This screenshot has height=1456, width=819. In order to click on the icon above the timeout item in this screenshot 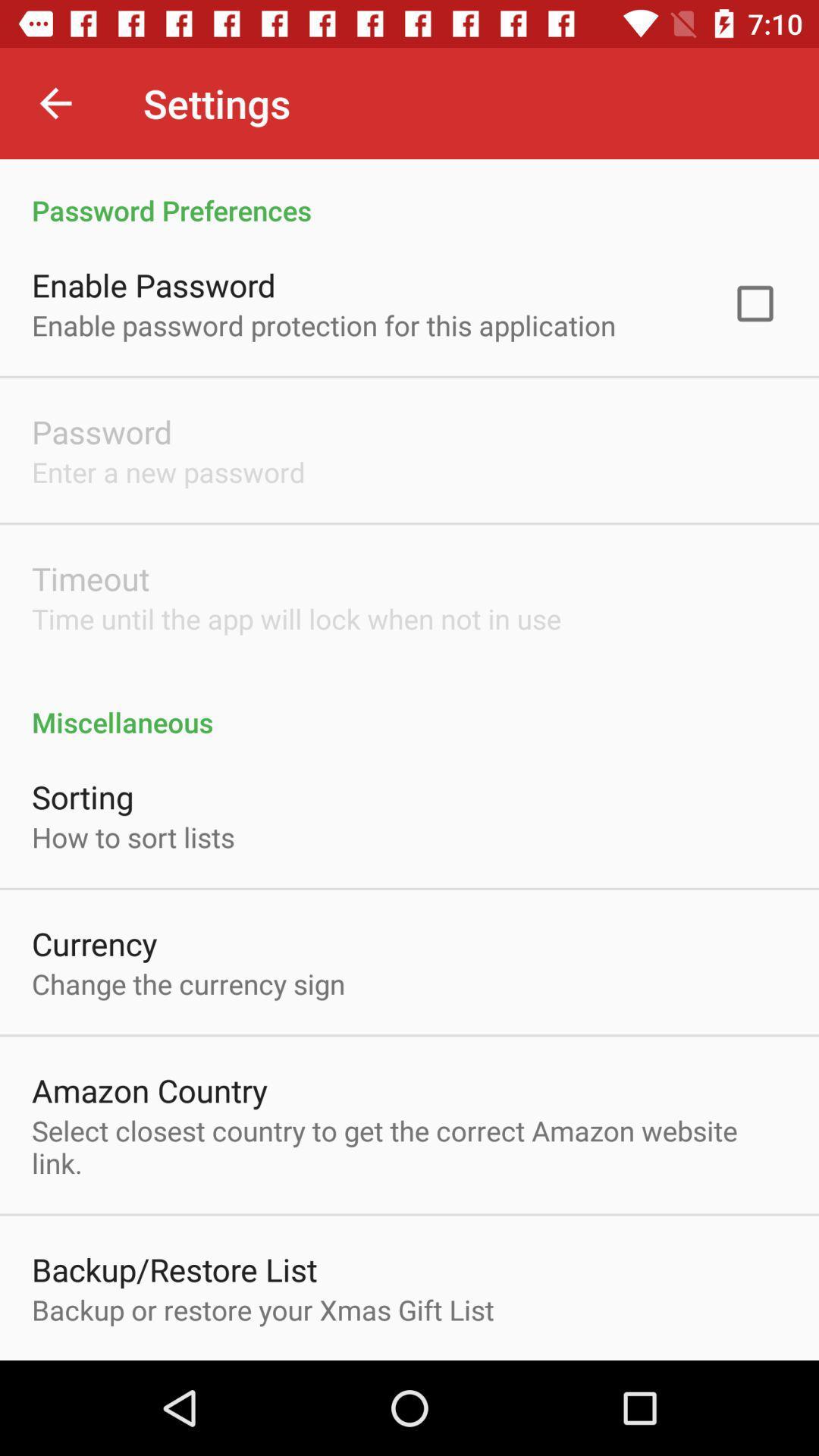, I will do `click(168, 471)`.